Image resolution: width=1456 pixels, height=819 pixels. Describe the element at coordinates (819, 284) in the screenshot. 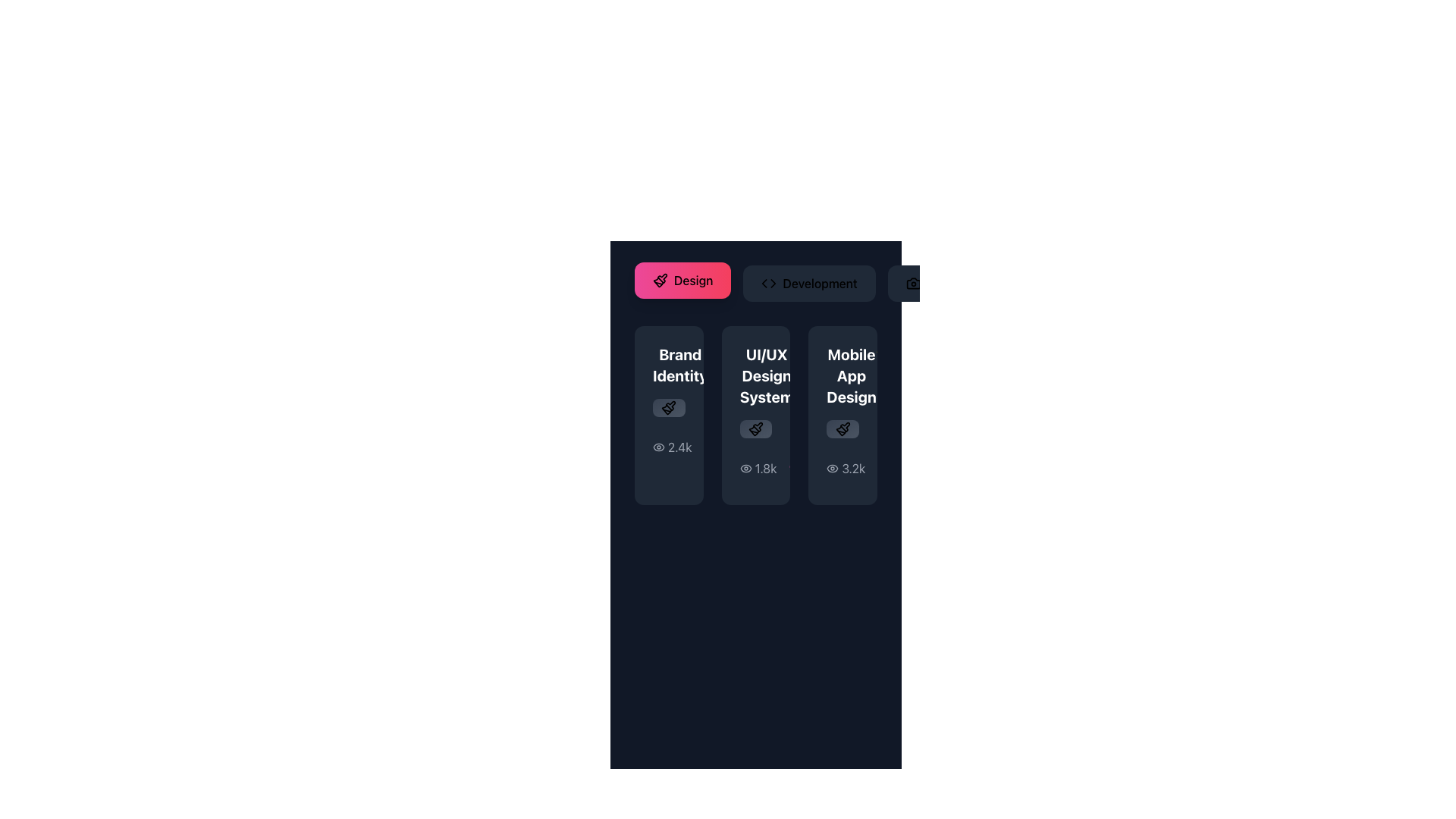

I see `the 'Development' text label located in the top-middle section of the navigation bar` at that location.